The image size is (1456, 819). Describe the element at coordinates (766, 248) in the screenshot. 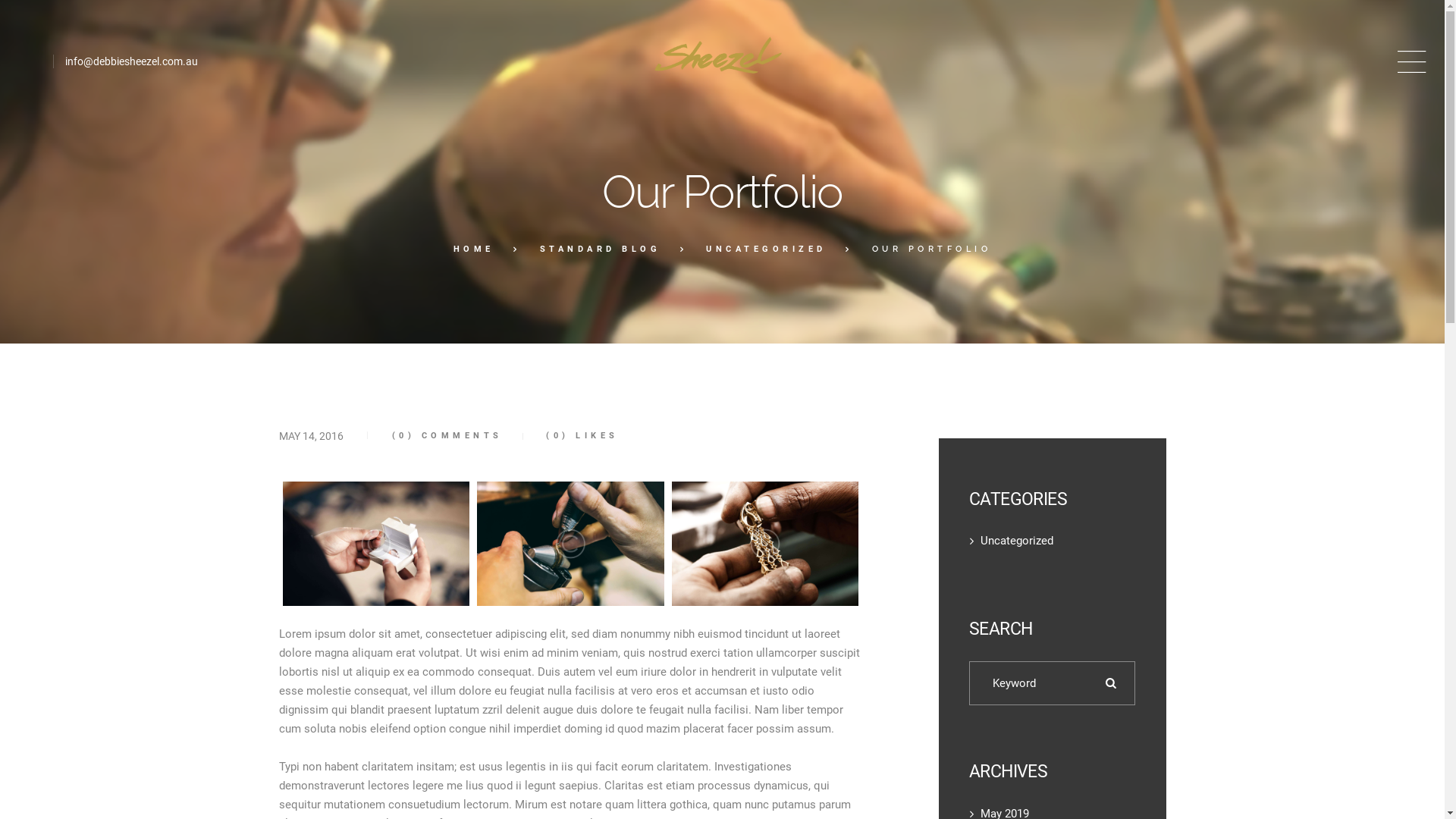

I see `'UNCATEGORIZED'` at that location.